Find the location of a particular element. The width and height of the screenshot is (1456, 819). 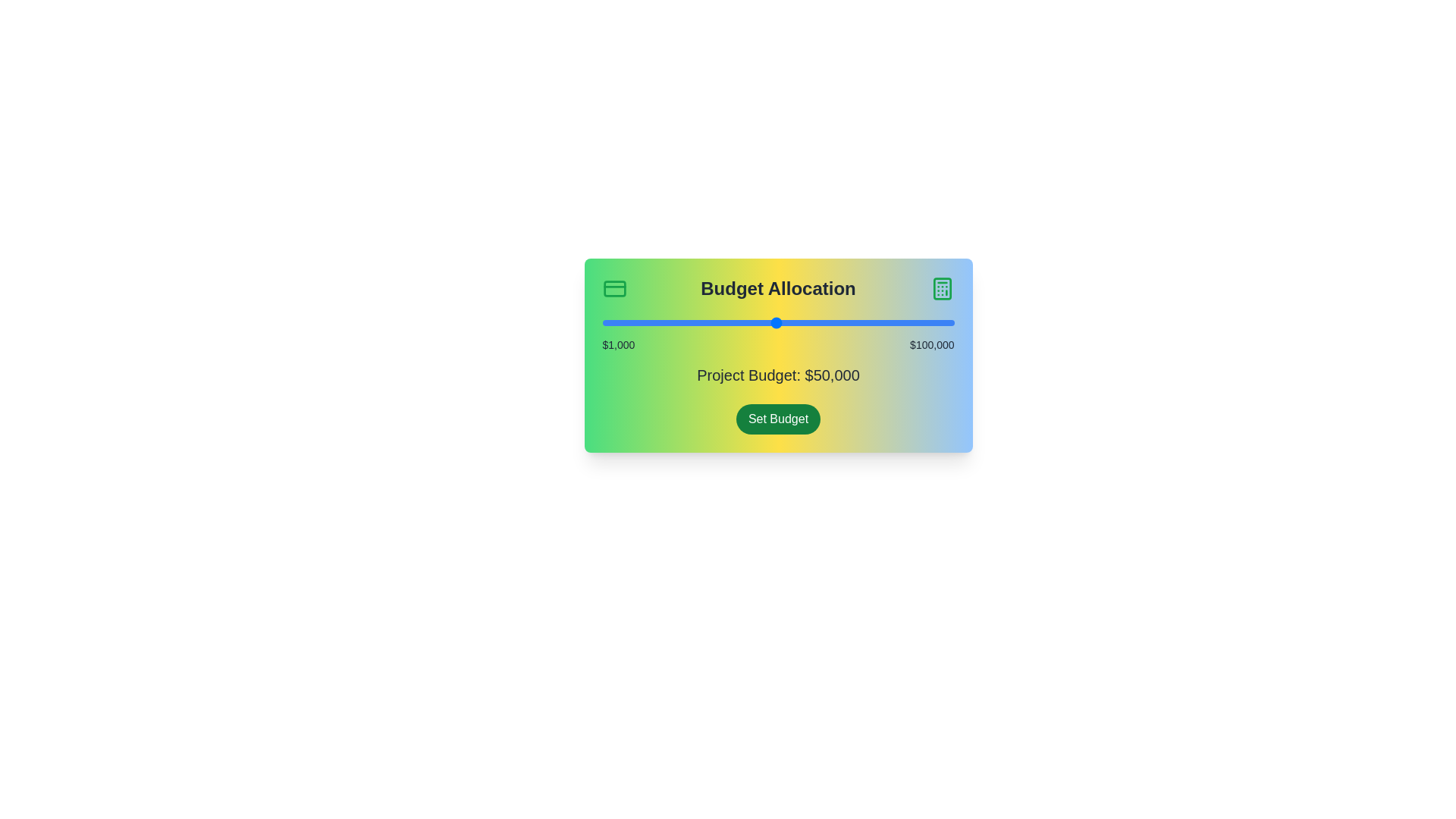

the calculator icon is located at coordinates (941, 289).